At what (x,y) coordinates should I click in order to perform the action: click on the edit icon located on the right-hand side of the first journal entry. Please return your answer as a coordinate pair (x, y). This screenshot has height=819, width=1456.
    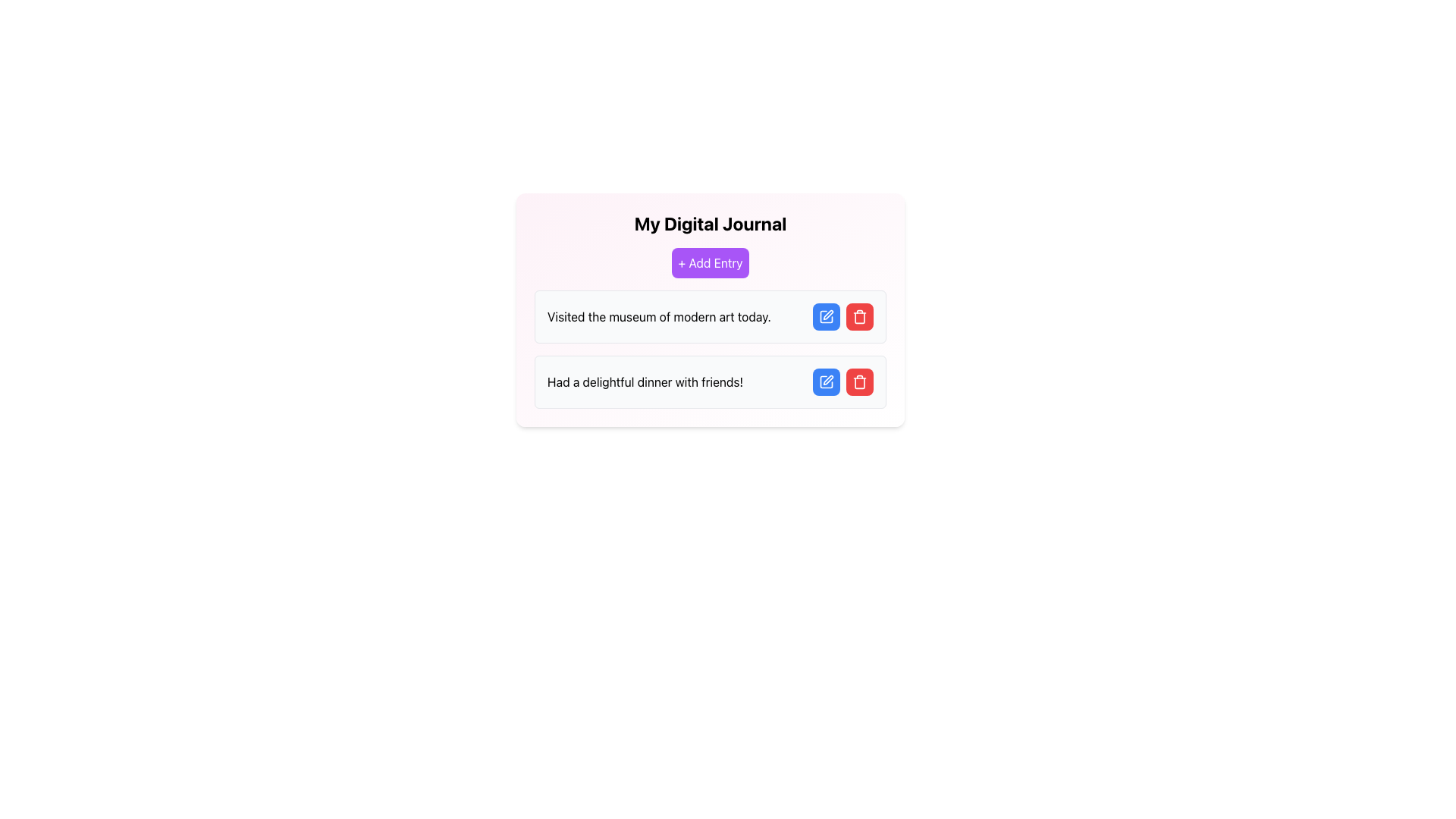
    Looking at the image, I should click on (827, 314).